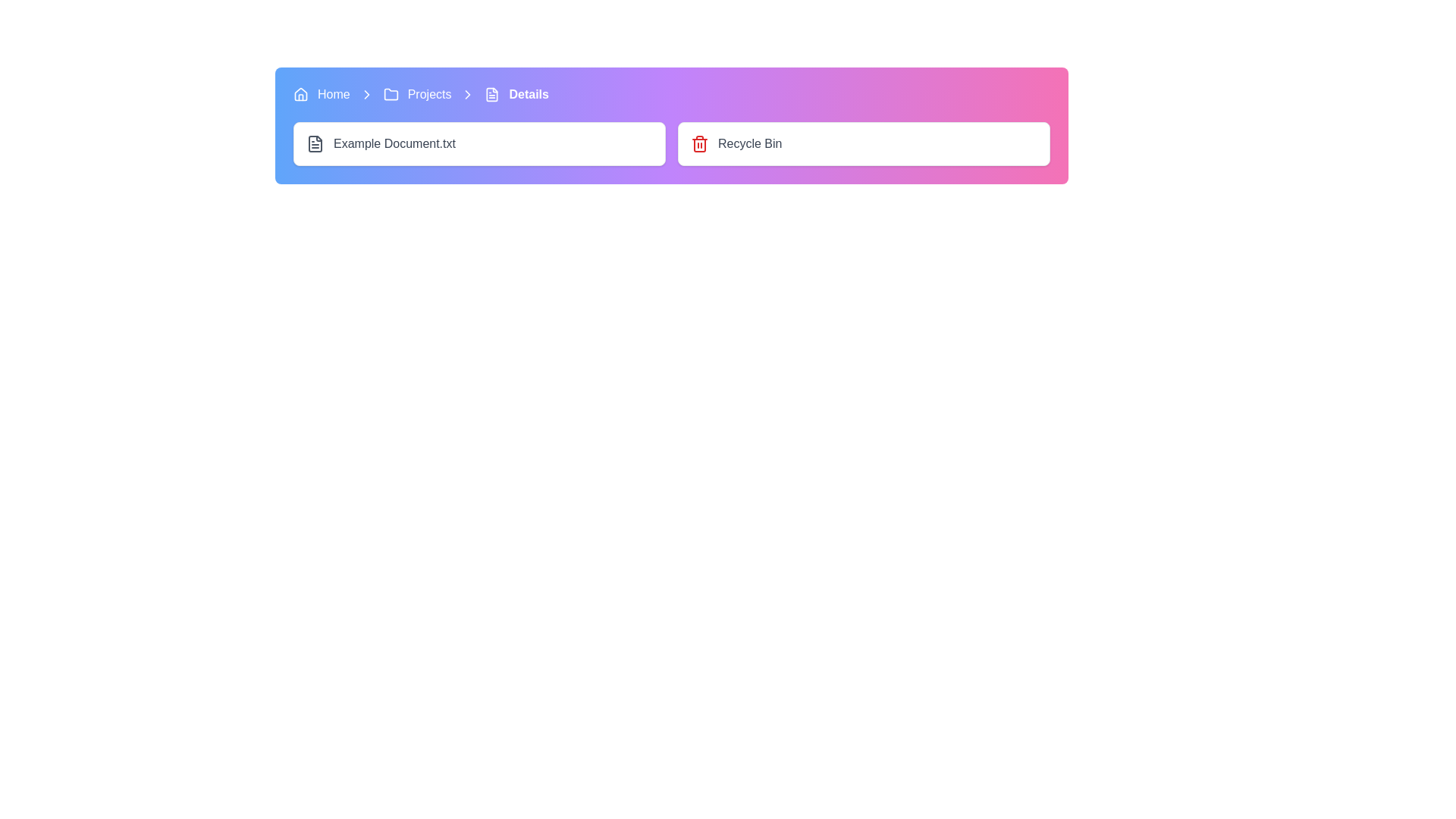 The image size is (1456, 819). What do you see at coordinates (428, 94) in the screenshot?
I see `the second text label in the breadcrumb navigation sequence, positioned between 'Home' and 'Details'` at bounding box center [428, 94].